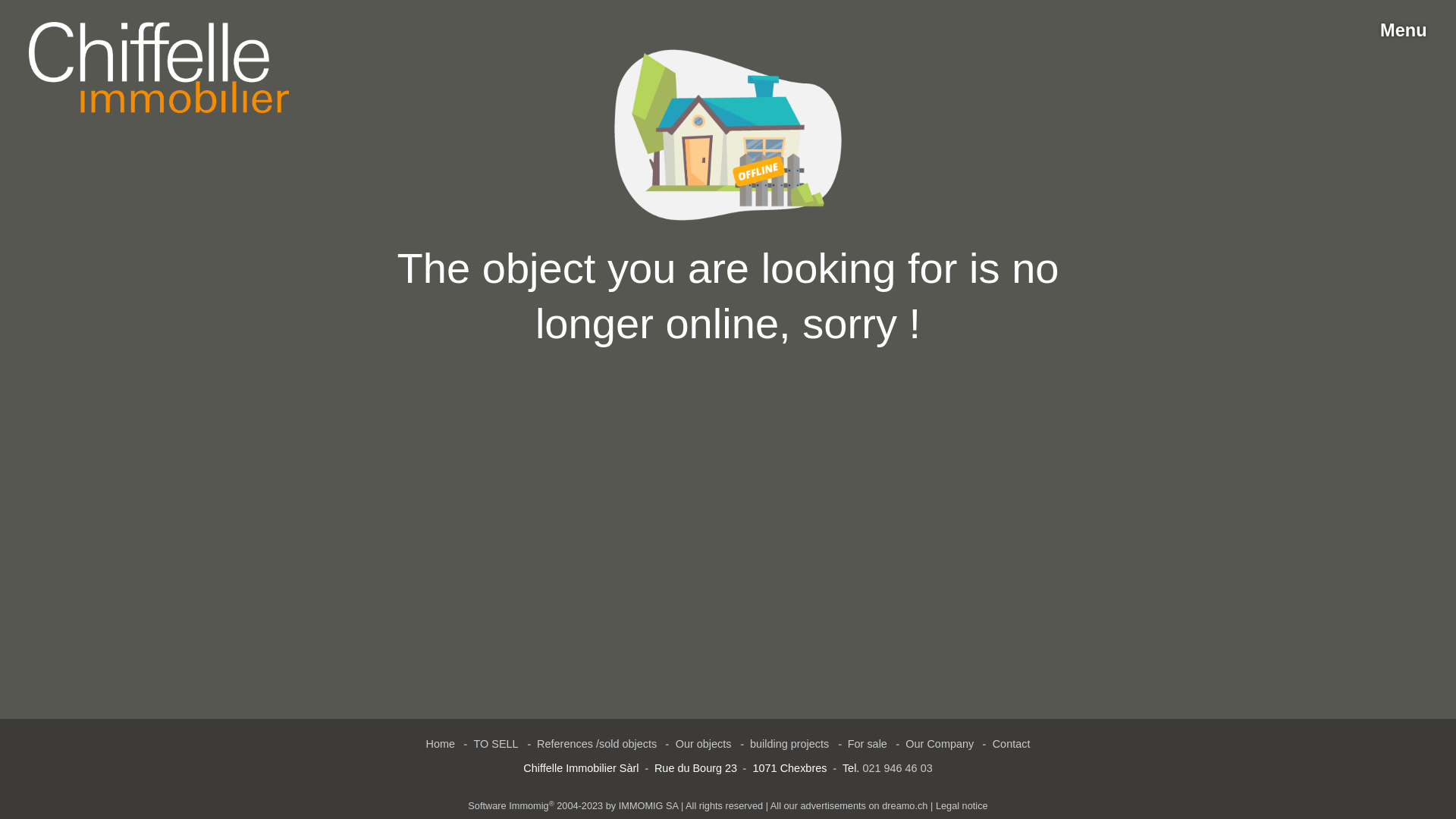 The width and height of the screenshot is (1456, 819). What do you see at coordinates (789, 743) in the screenshot?
I see `'building projects'` at bounding box center [789, 743].